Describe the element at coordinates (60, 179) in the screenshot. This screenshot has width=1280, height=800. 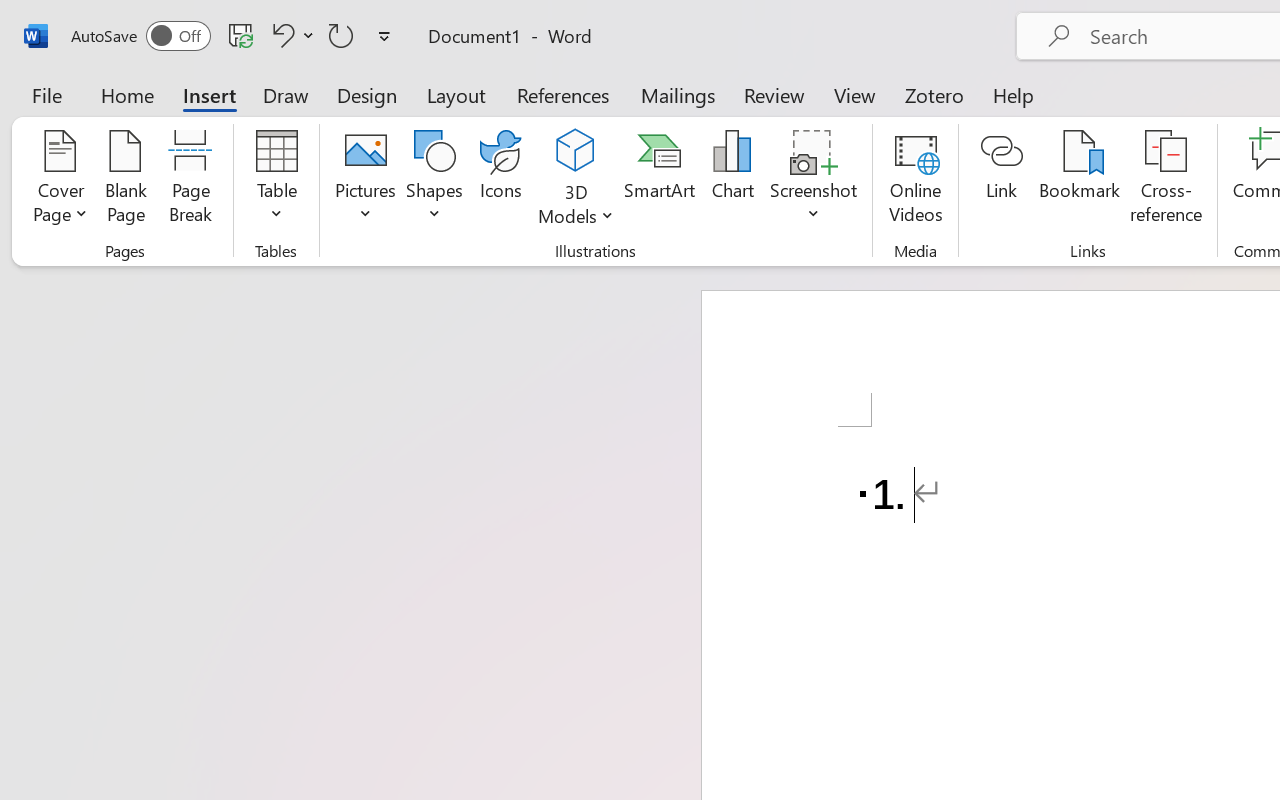
I see `'Cover Page'` at that location.